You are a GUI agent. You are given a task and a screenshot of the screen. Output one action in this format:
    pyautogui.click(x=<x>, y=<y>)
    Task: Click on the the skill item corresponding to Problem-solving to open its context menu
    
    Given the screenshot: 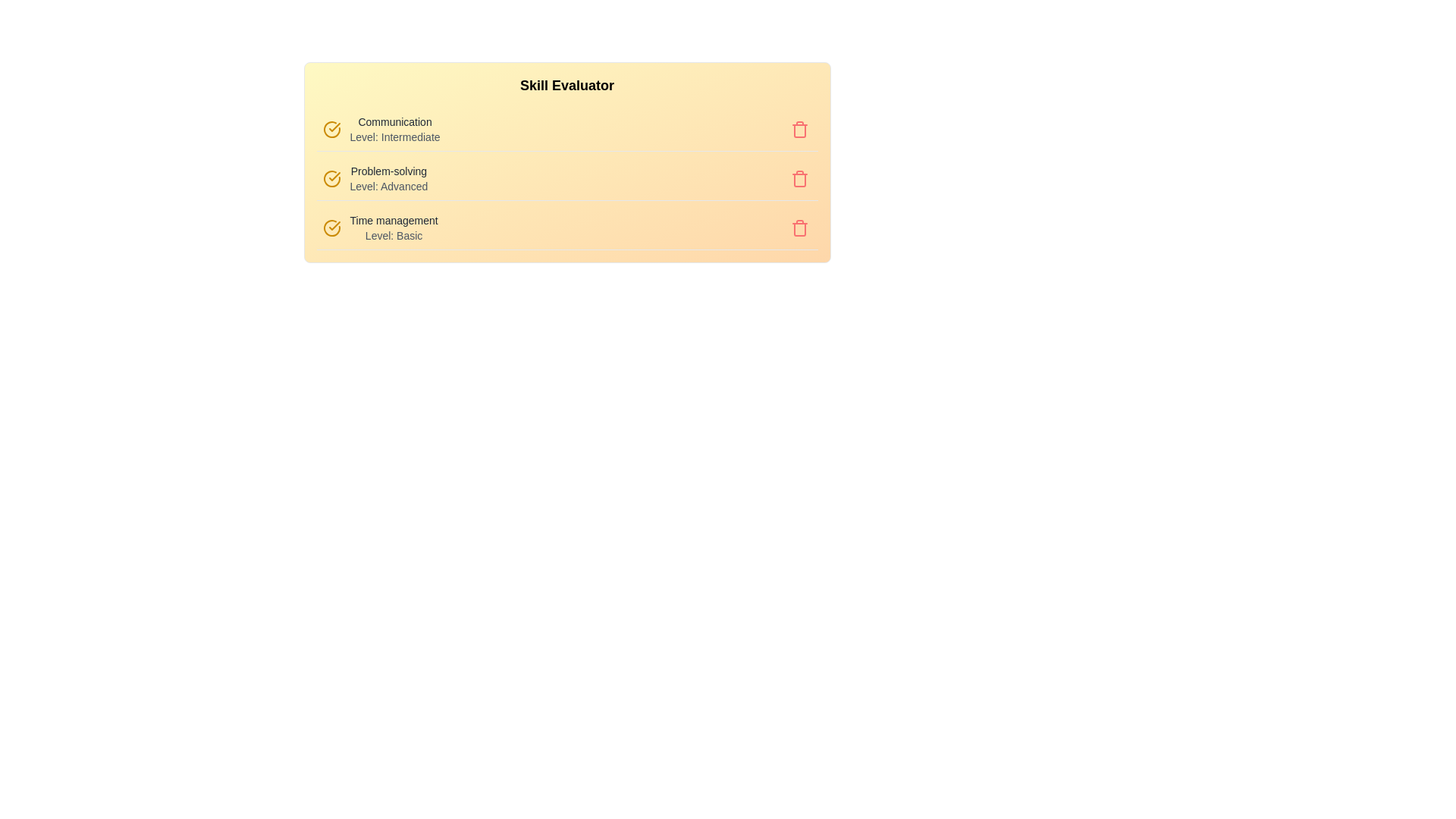 What is the action you would take?
    pyautogui.click(x=566, y=178)
    